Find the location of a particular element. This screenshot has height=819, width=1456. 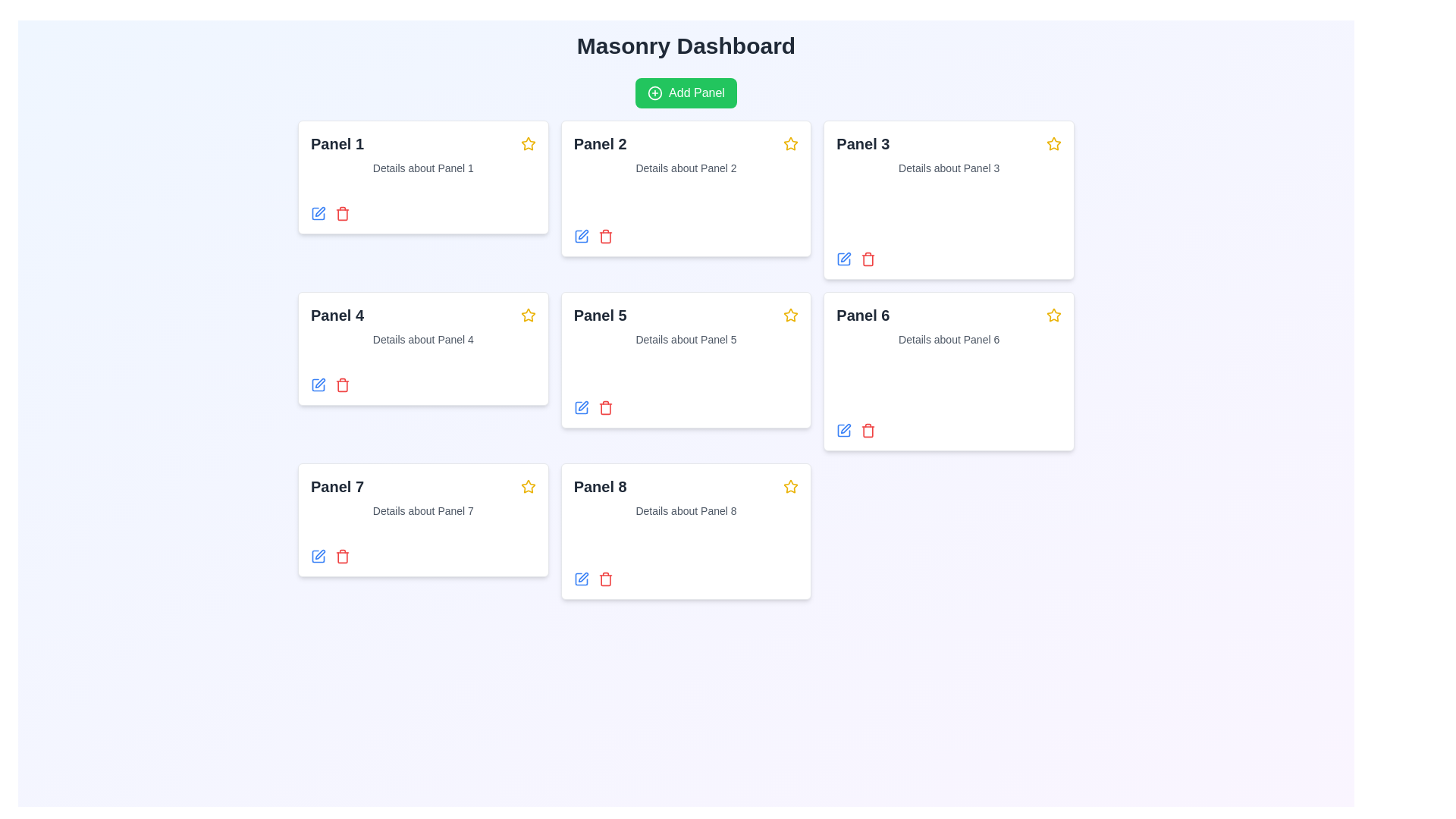

the 'Panel 5' text label, which is a bold, dark gray label at the top-left corner of a white card interface is located at coordinates (599, 315).